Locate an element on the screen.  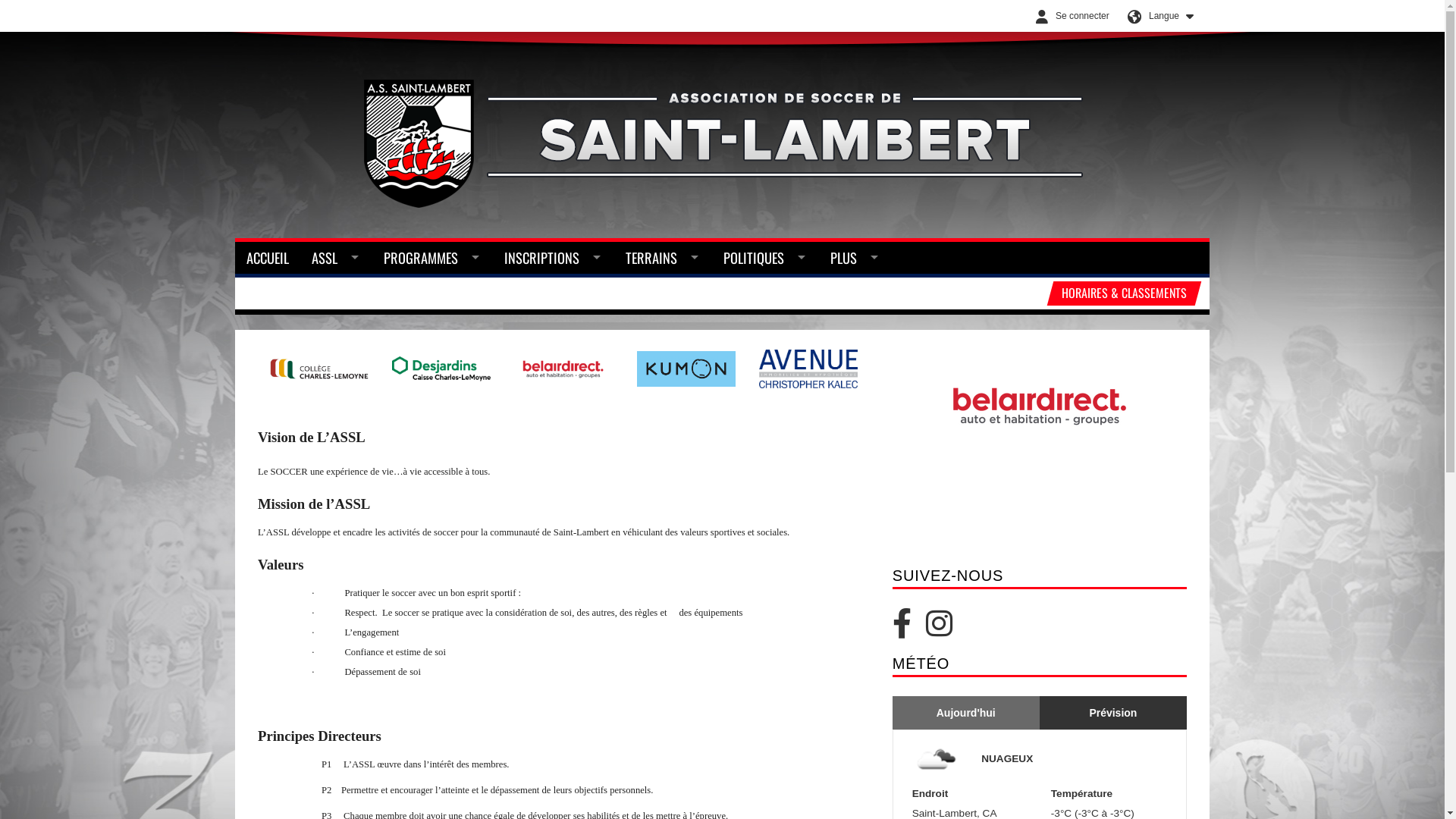
'POLITIQUES' is located at coordinates (765, 256).